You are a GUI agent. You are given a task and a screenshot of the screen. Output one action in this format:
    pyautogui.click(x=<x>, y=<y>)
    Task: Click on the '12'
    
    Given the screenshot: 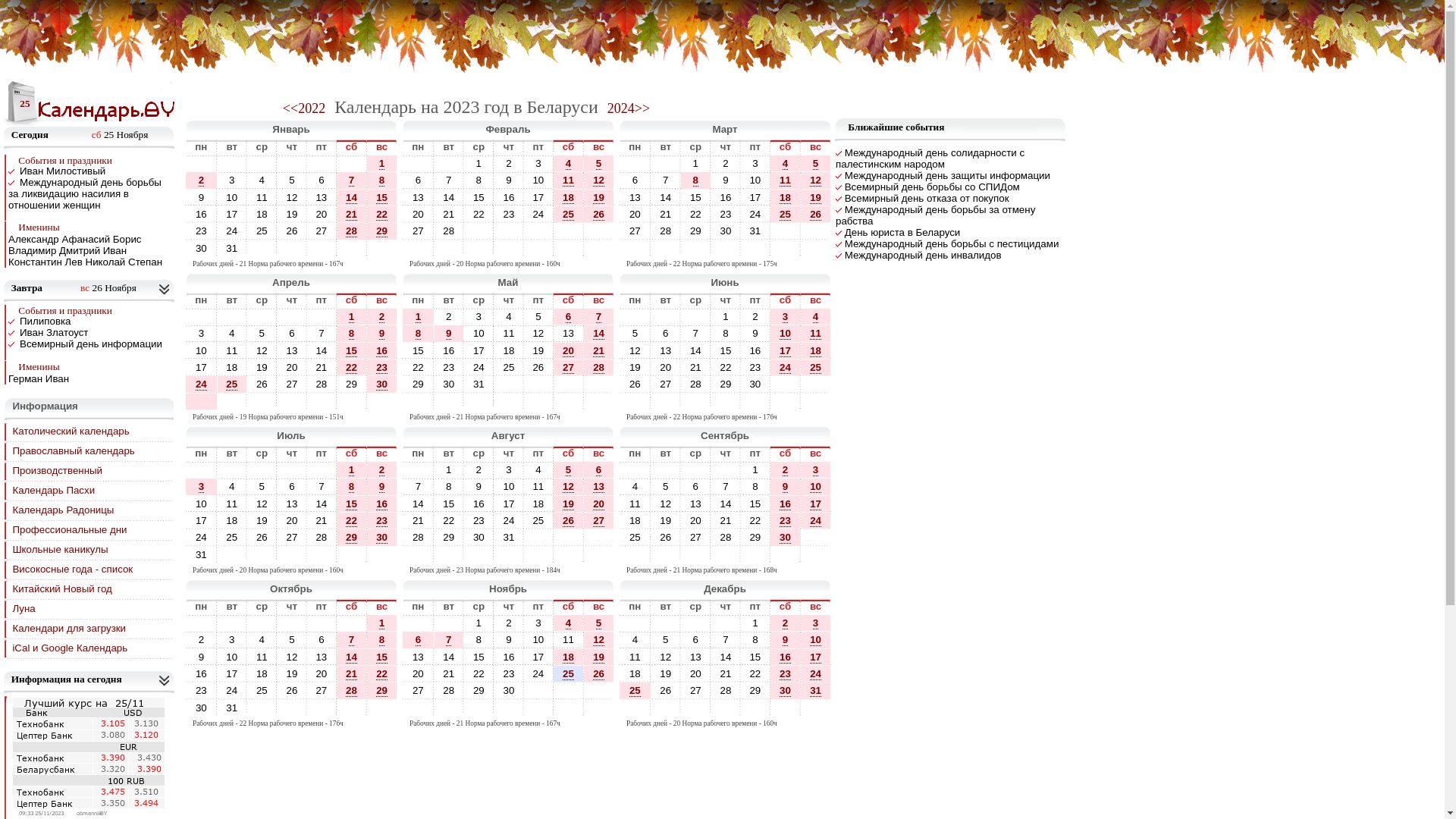 What is the action you would take?
    pyautogui.click(x=598, y=179)
    